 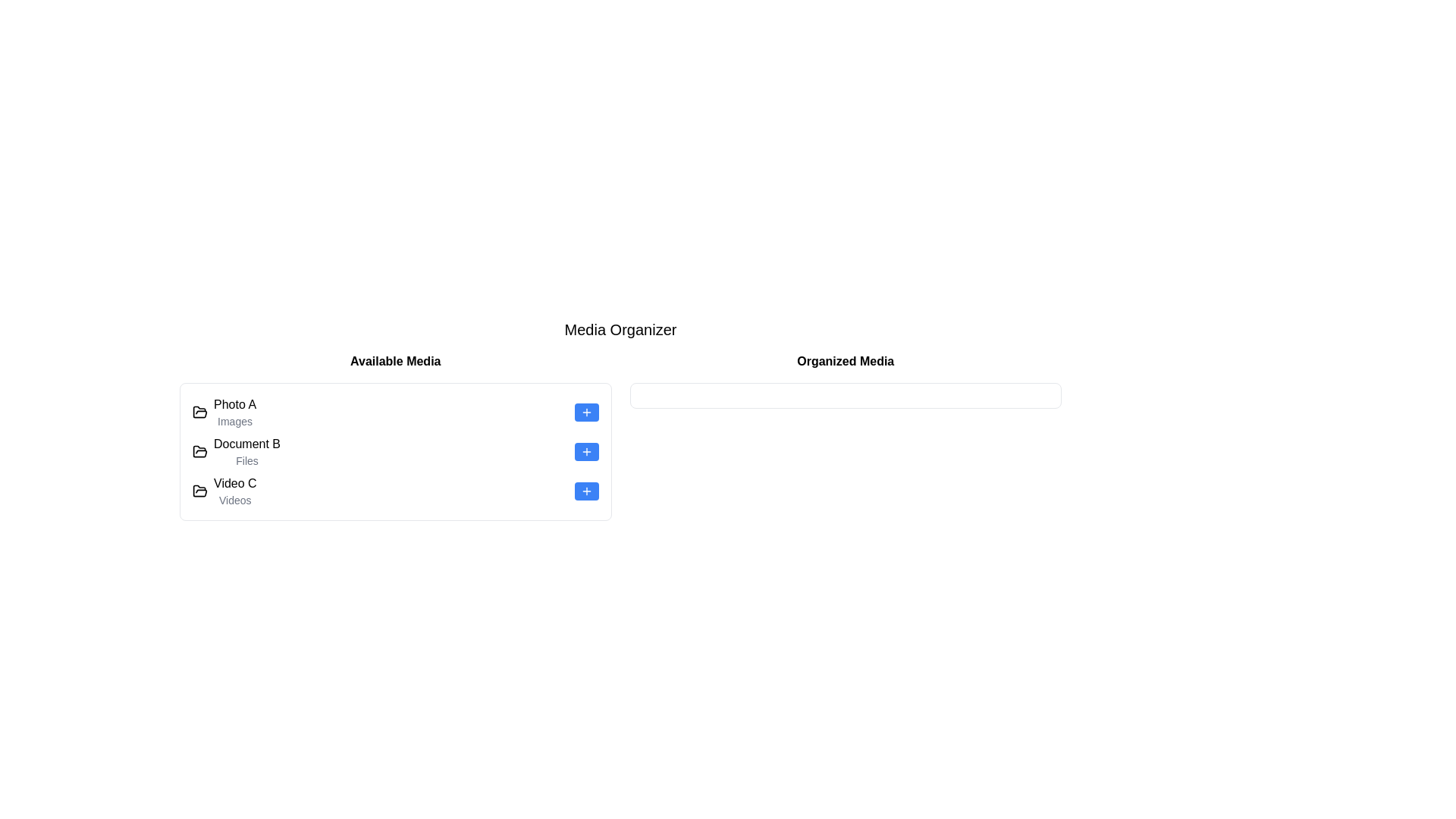 I want to click on the Icon button with a circular plus symbol, located, so click(x=585, y=412).